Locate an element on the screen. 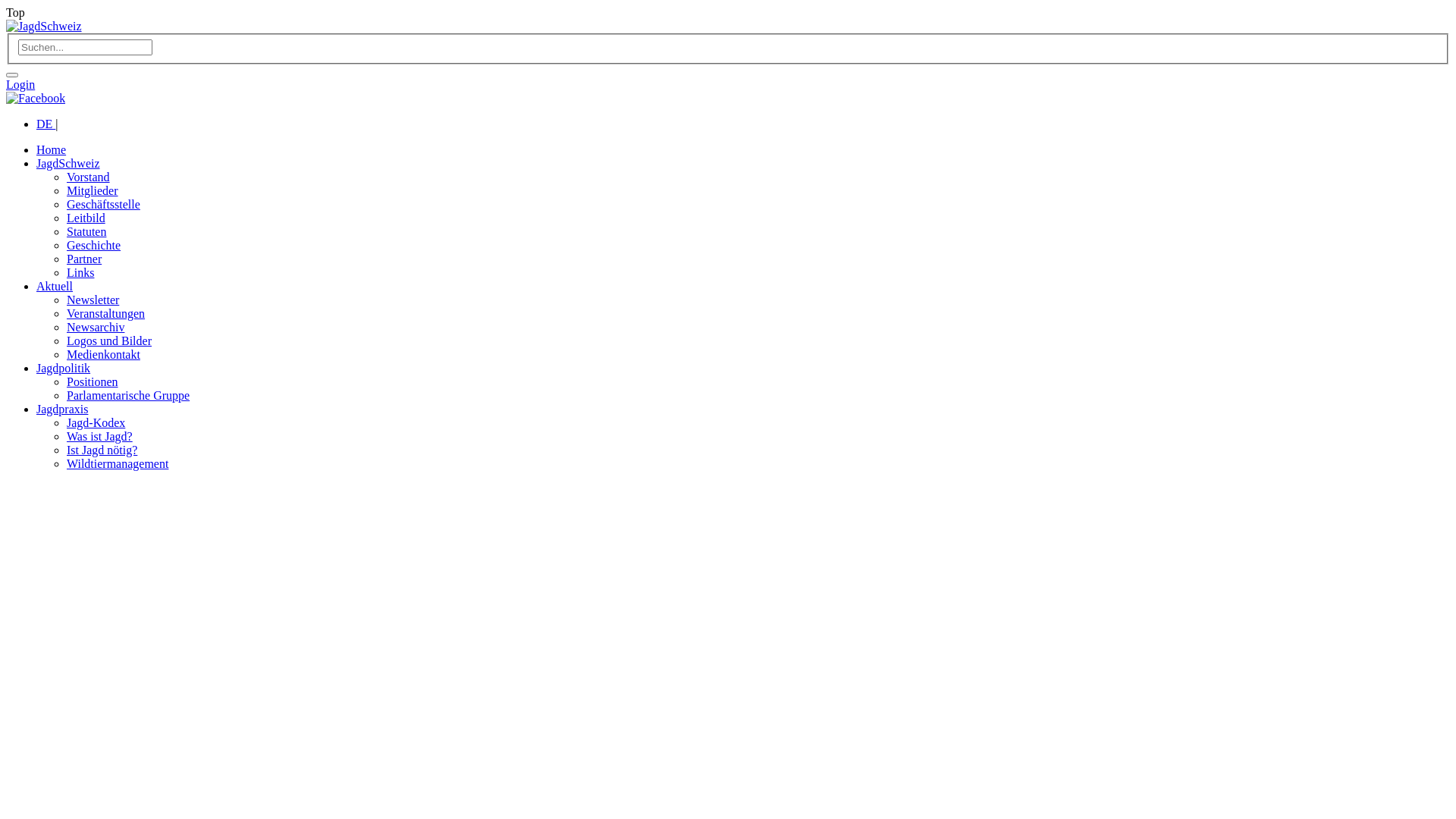  'Positionen' is located at coordinates (91, 381).